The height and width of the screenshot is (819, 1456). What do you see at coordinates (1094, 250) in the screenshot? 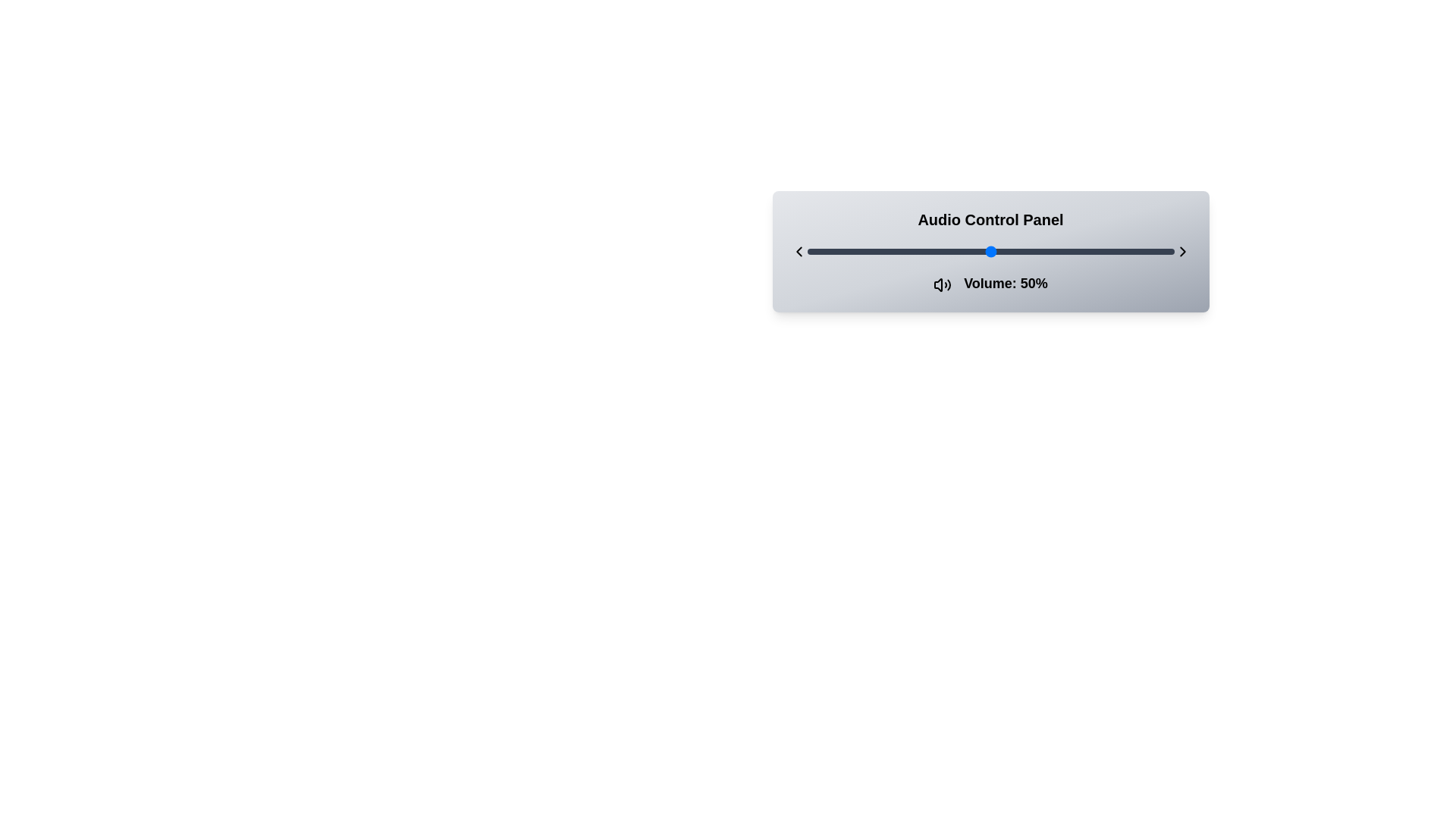
I see `the slider` at bounding box center [1094, 250].